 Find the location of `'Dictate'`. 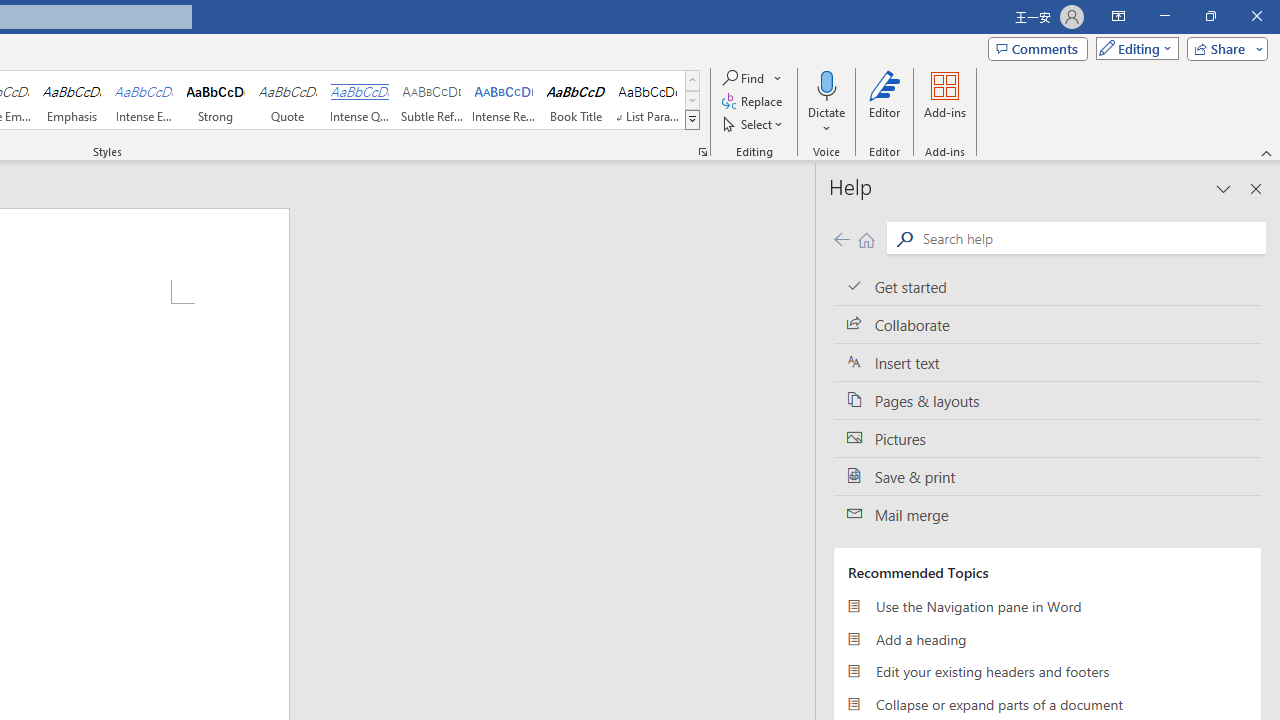

'Dictate' is located at coordinates (826, 84).